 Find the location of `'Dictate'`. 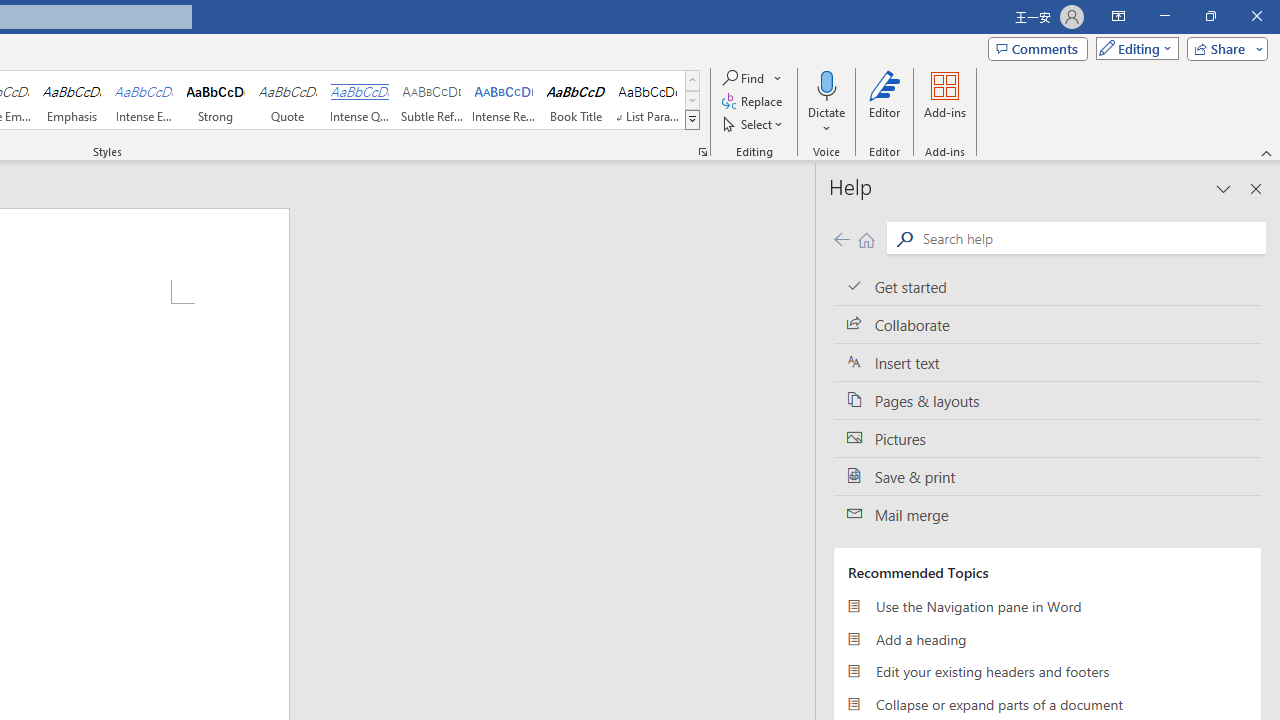

'Dictate' is located at coordinates (826, 84).